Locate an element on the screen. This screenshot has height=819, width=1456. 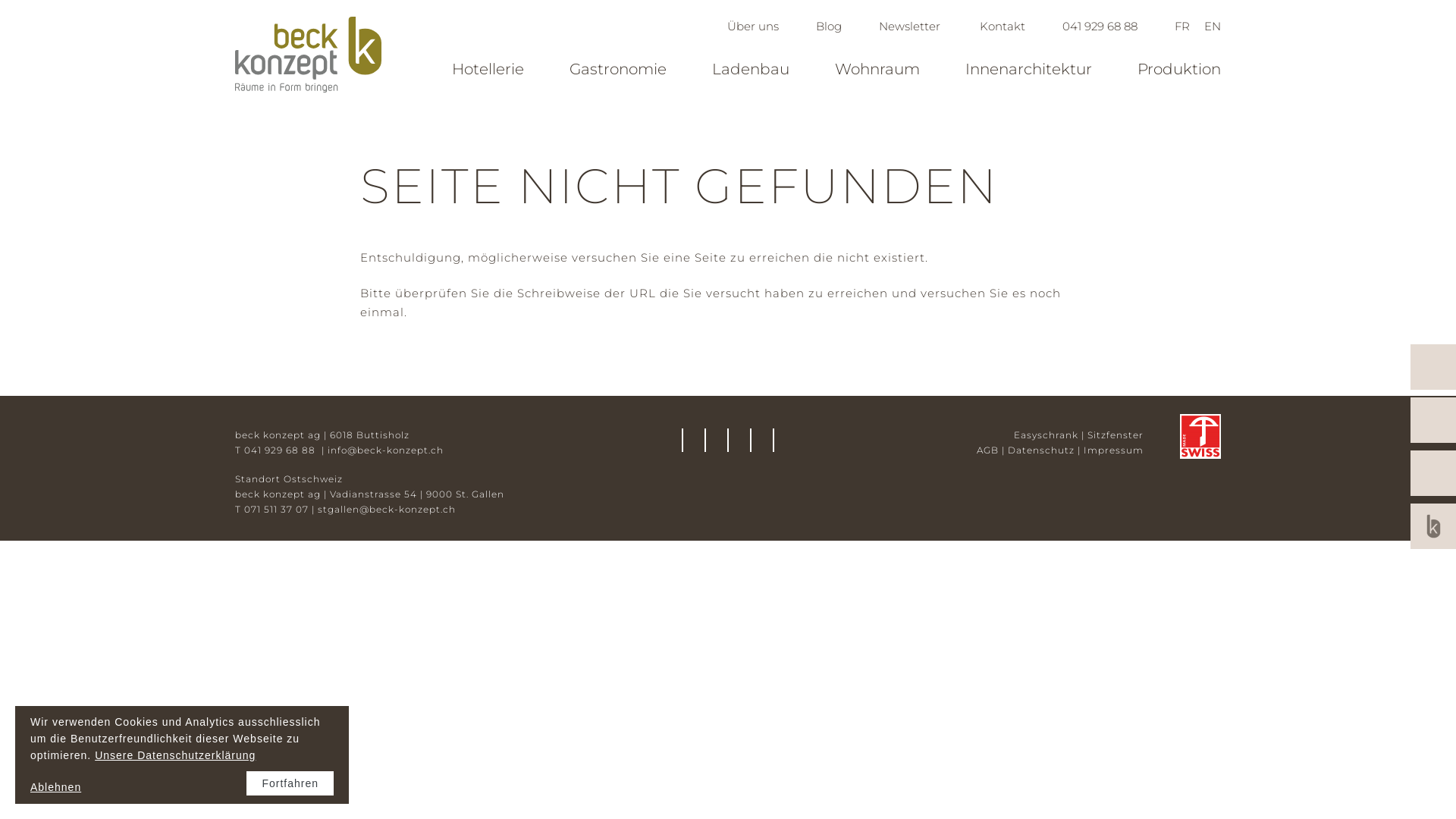
'Produktion' is located at coordinates (1137, 69).